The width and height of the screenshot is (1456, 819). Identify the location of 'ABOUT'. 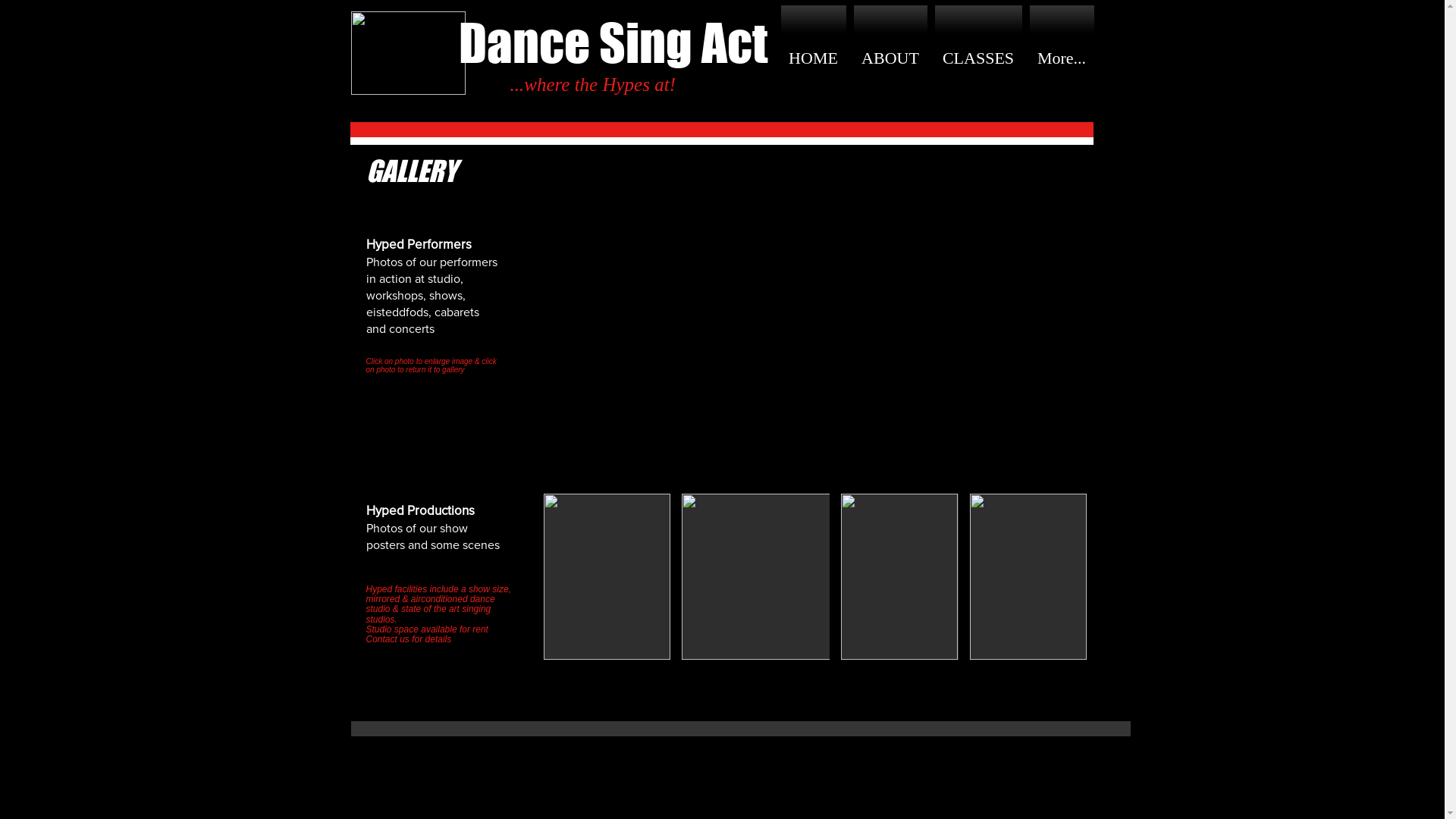
(890, 58).